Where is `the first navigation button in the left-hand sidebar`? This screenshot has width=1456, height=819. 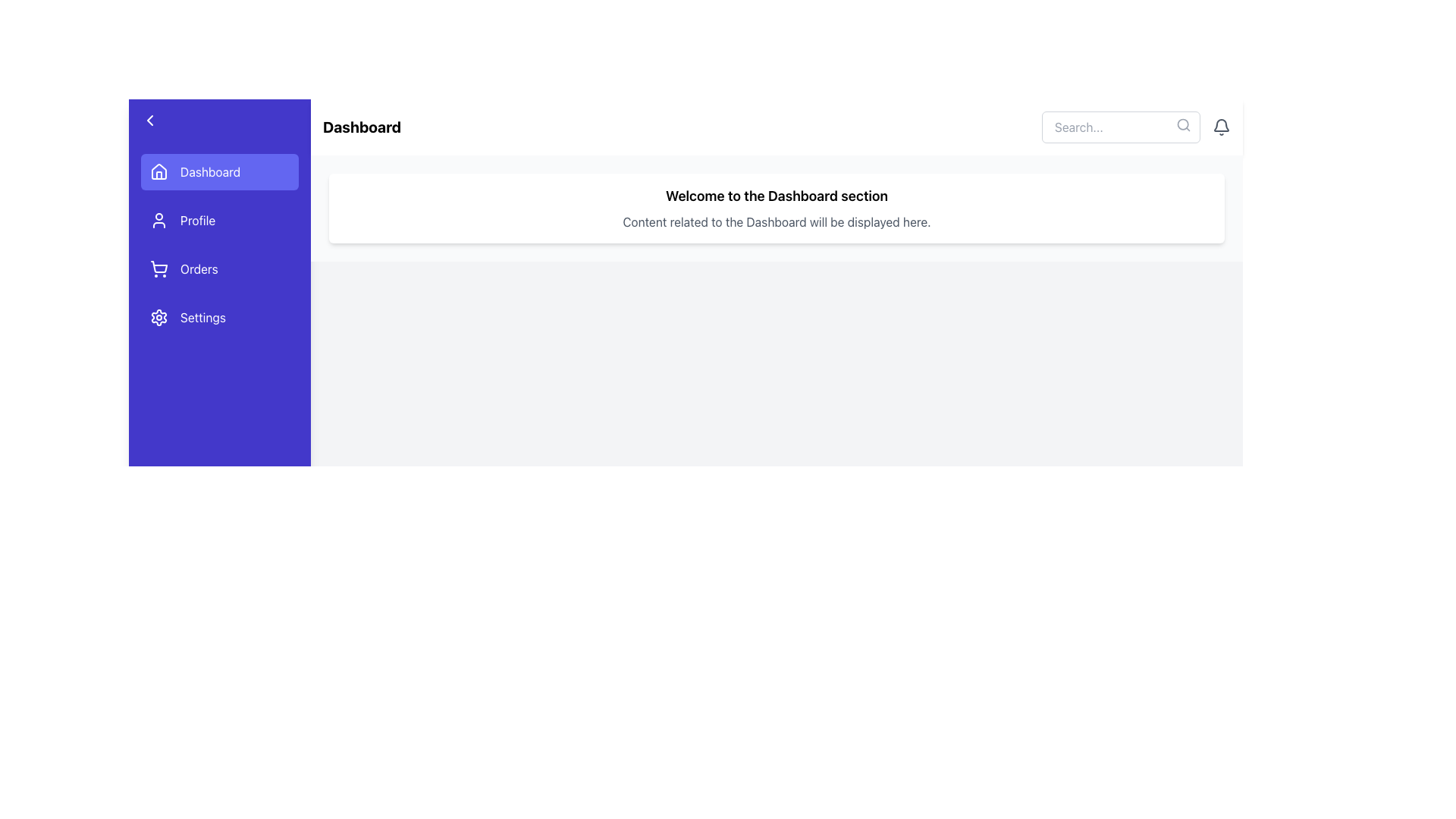
the first navigation button in the left-hand sidebar is located at coordinates (218, 171).